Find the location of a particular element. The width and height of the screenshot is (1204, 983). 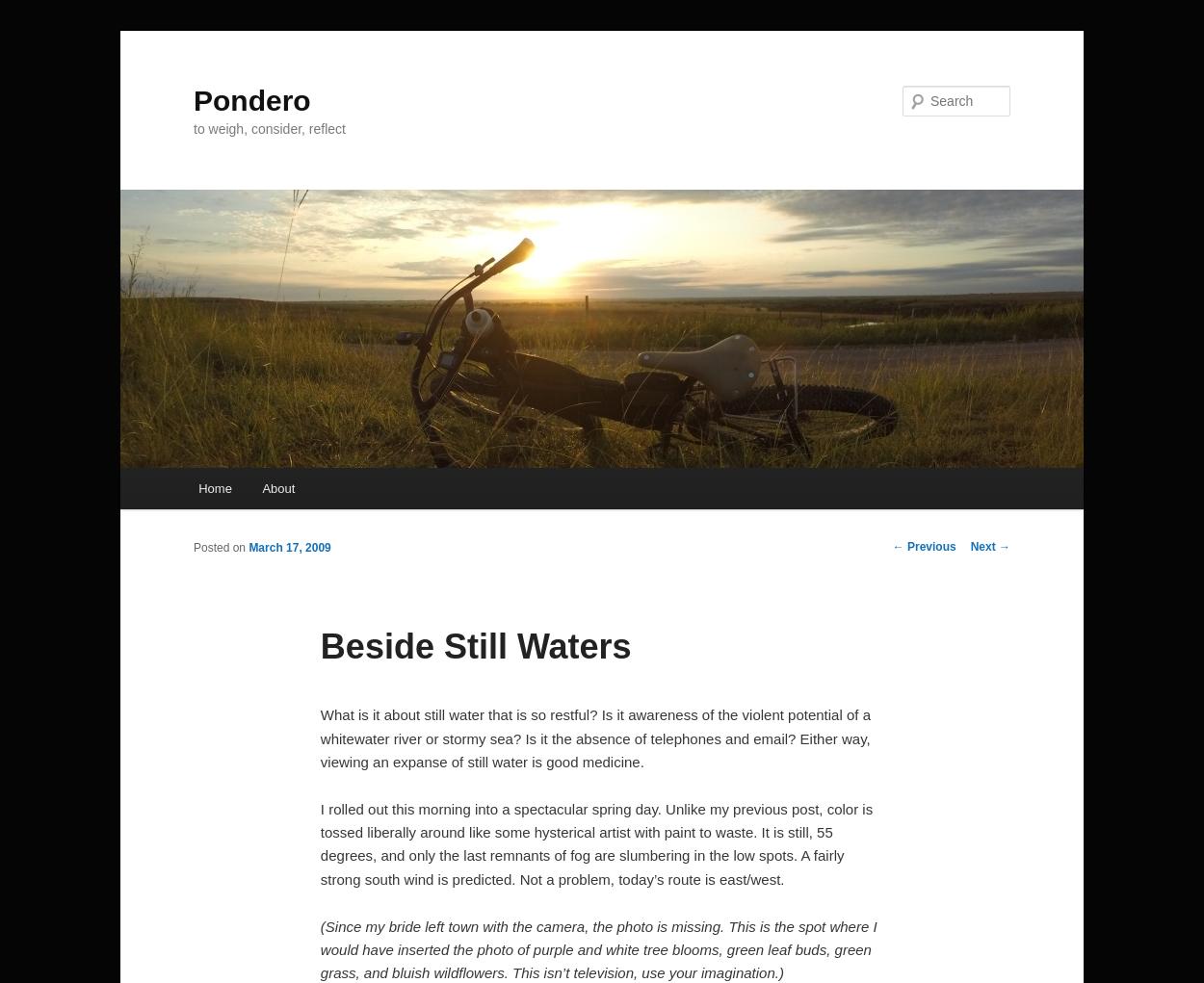

'to weigh, consider, reflect' is located at coordinates (269, 128).